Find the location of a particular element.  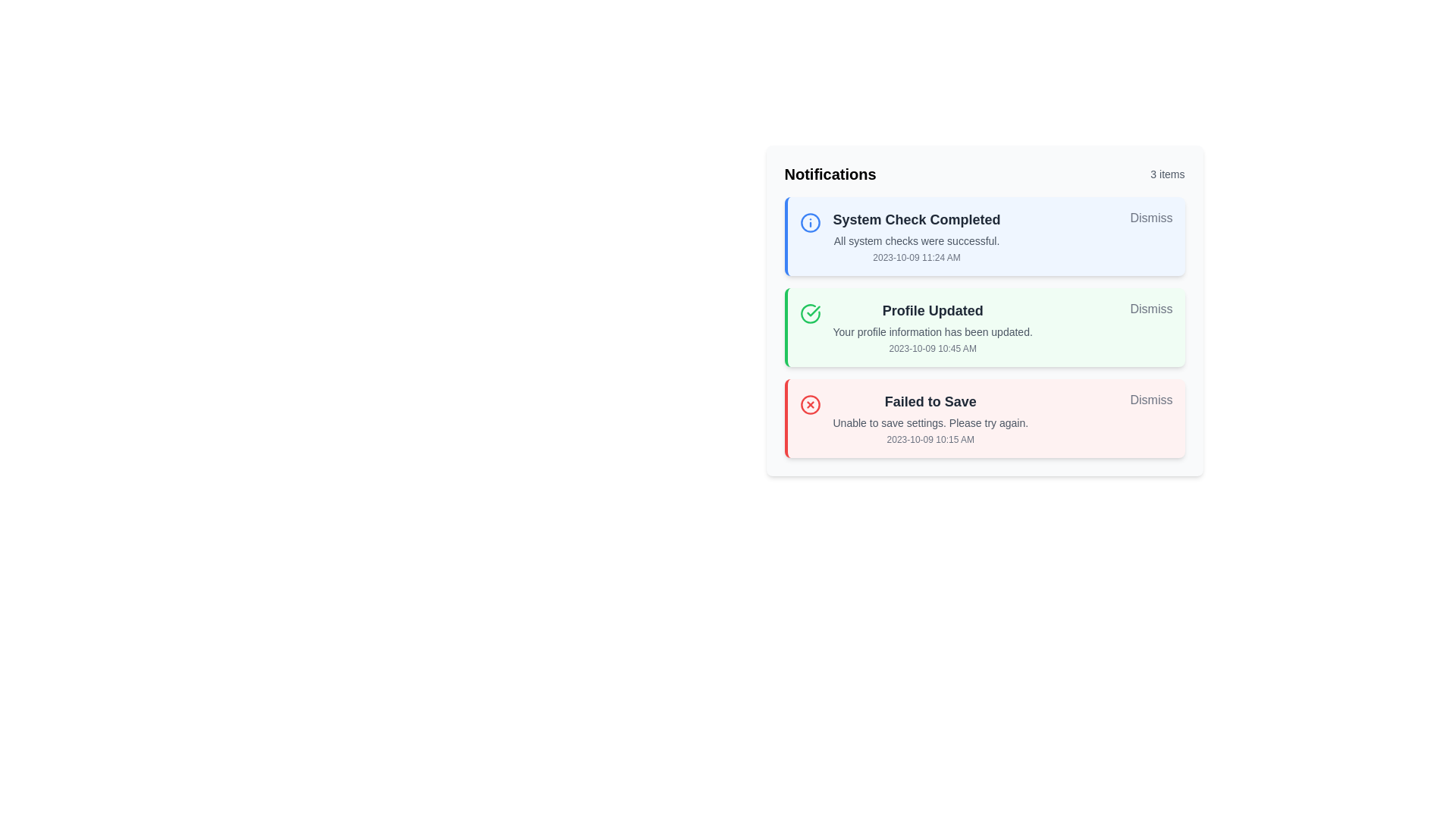

the circular blue-bordered icon with an informational symbol ('i') inside, located in the notification card titled 'System Check Completed' is located at coordinates (809, 222).